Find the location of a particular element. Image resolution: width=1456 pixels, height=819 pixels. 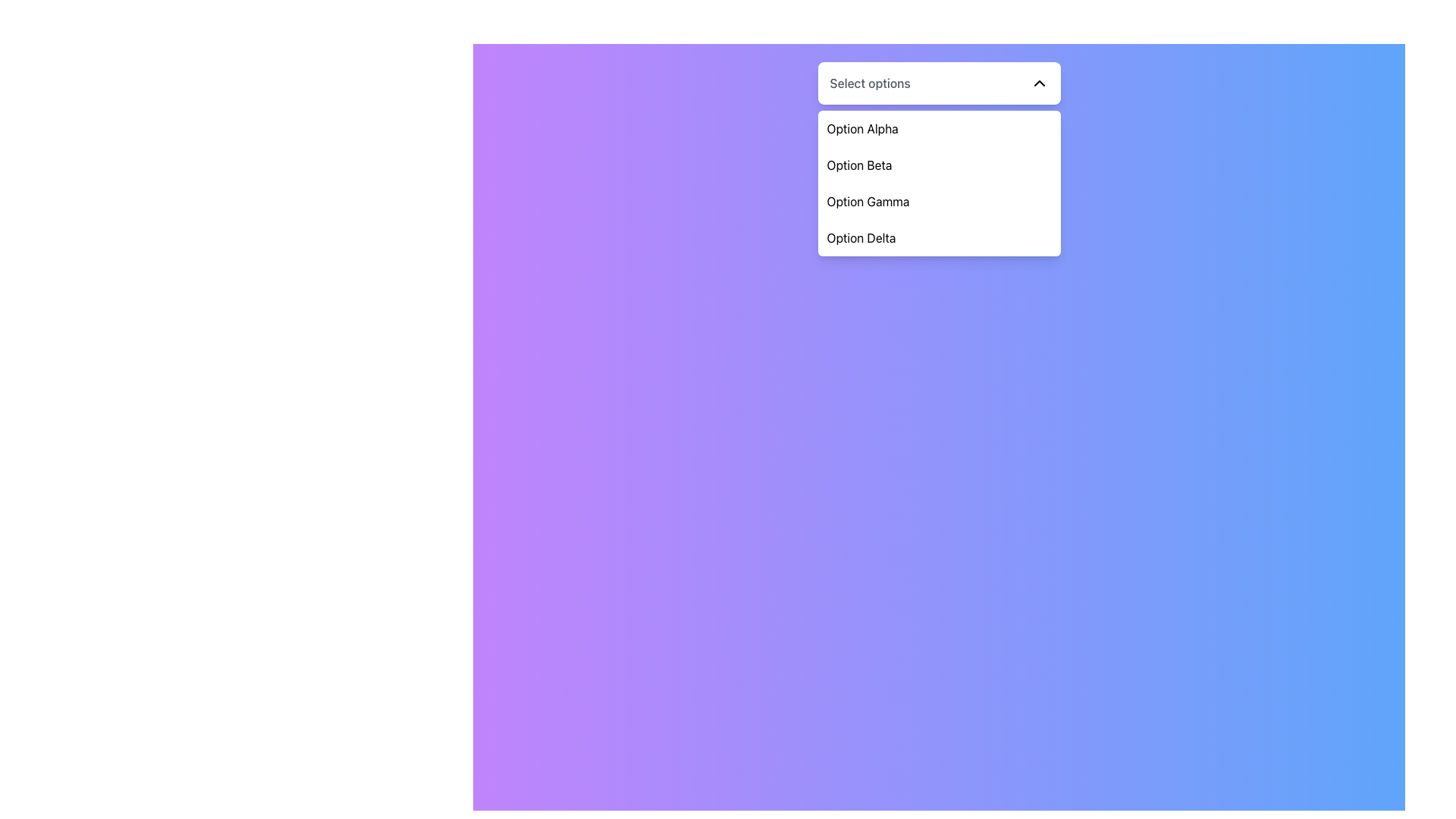

the 'Option Gamma' dropdown menu item to observe the hover effect, which changes its background color to gray is located at coordinates (938, 201).